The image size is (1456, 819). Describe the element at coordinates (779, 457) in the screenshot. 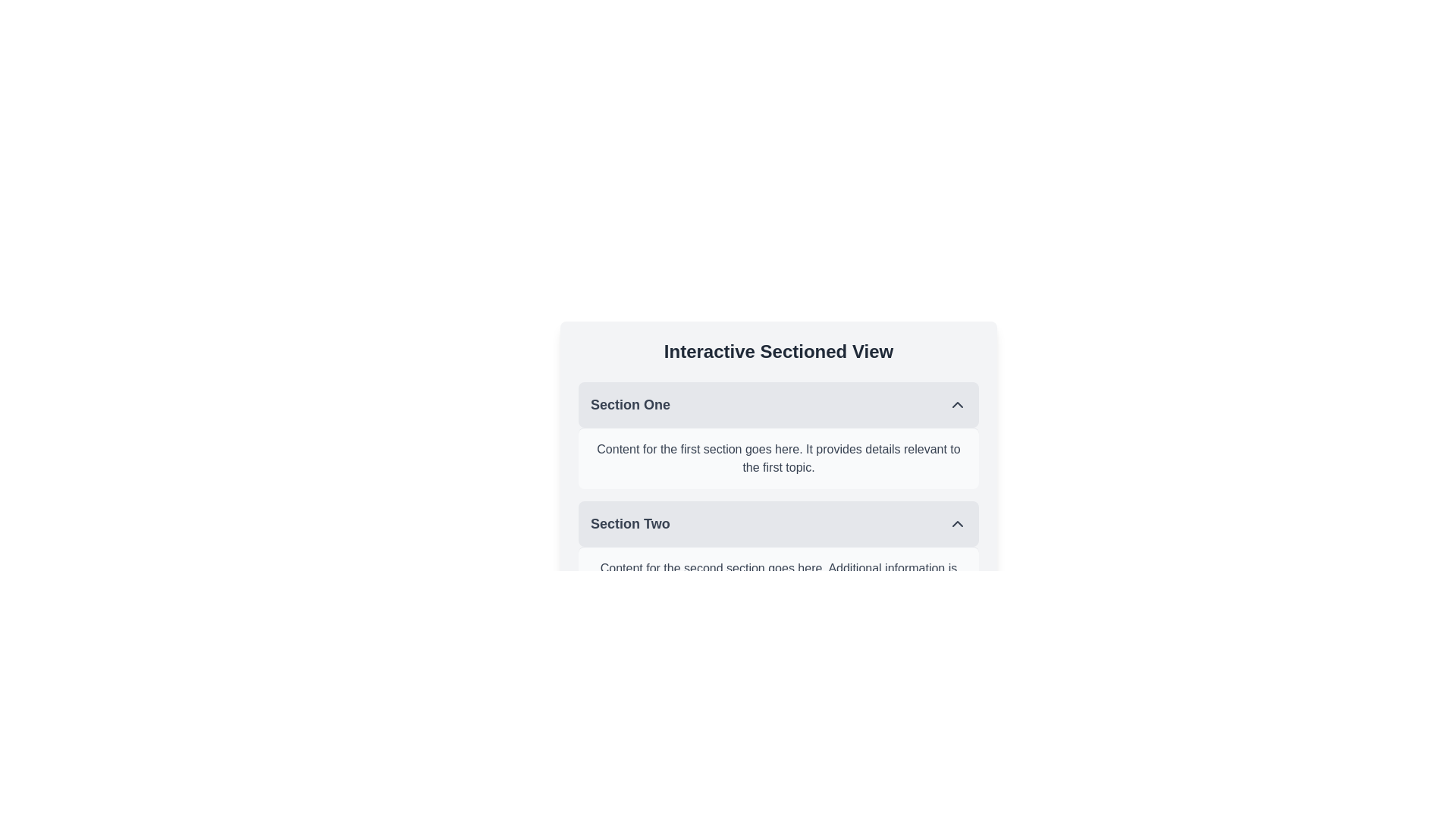

I see `the Text Display Box that contains gray text on a light gray rounded rectangle background, which is part of the collapsible section named 'Section One'` at that location.